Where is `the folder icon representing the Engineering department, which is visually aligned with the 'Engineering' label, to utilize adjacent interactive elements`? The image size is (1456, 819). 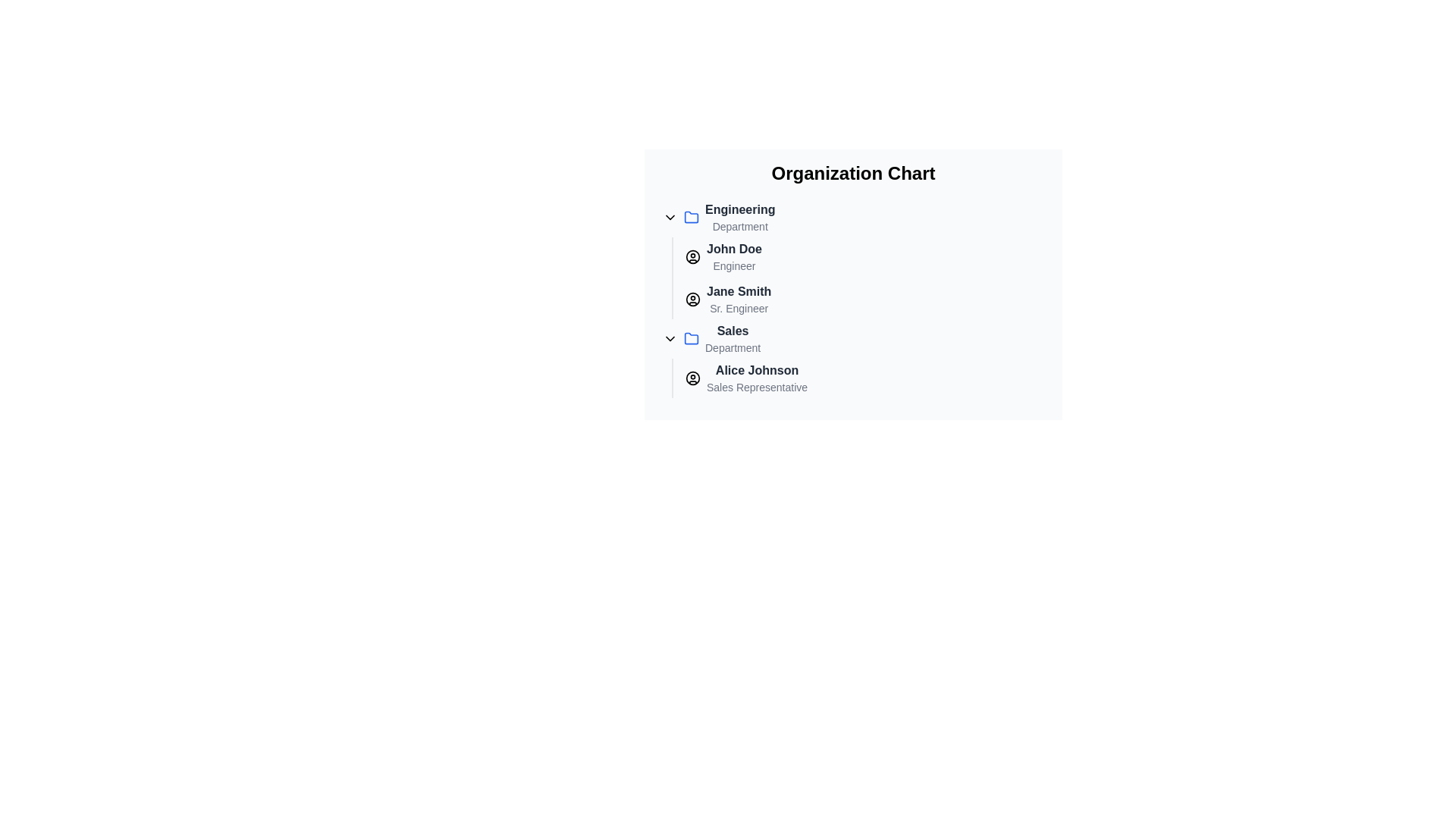
the folder icon representing the Engineering department, which is visually aligned with the 'Engineering' label, to utilize adjacent interactive elements is located at coordinates (691, 217).